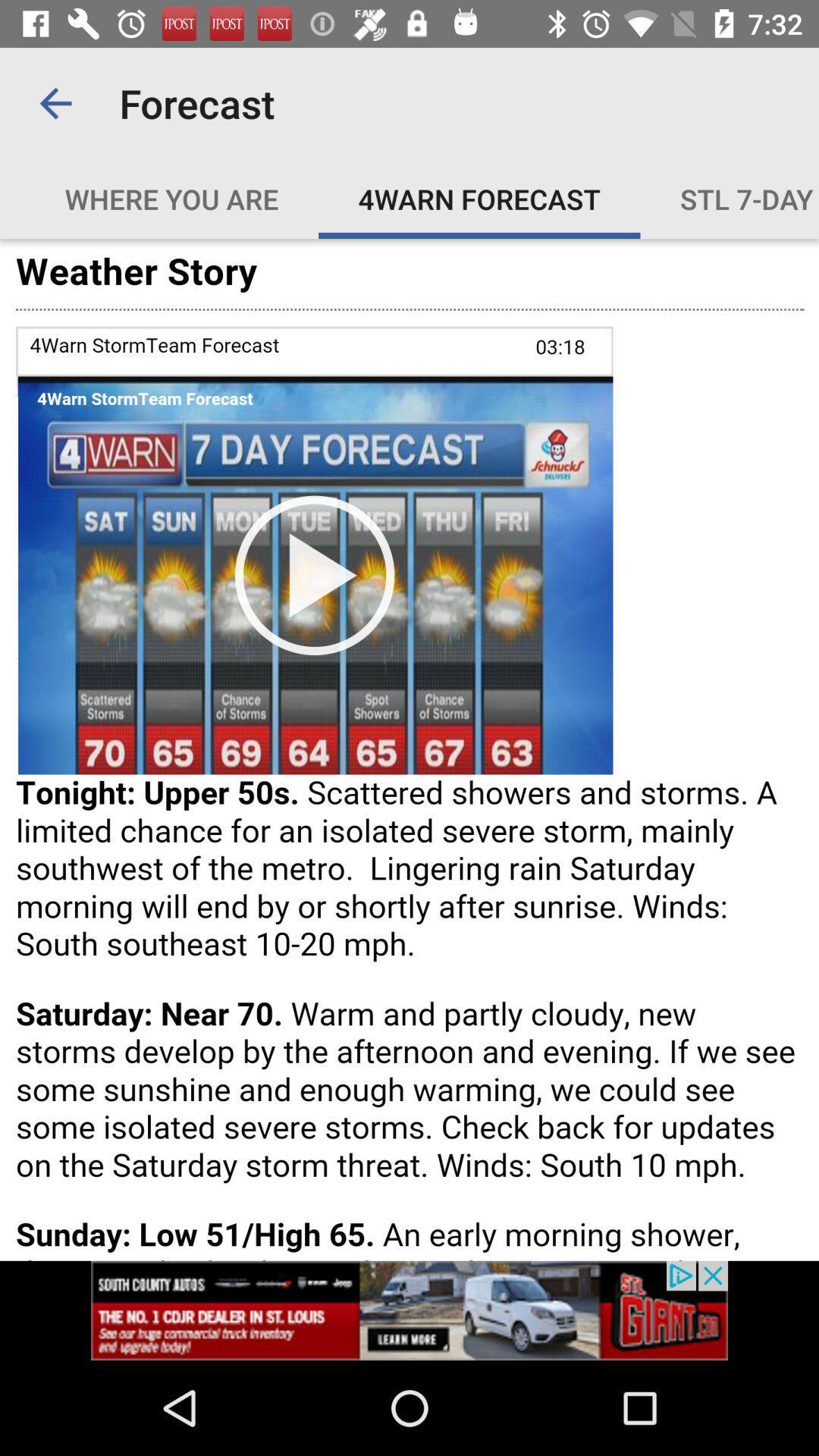  What do you see at coordinates (409, 1310) in the screenshot?
I see `click on advertisements` at bounding box center [409, 1310].